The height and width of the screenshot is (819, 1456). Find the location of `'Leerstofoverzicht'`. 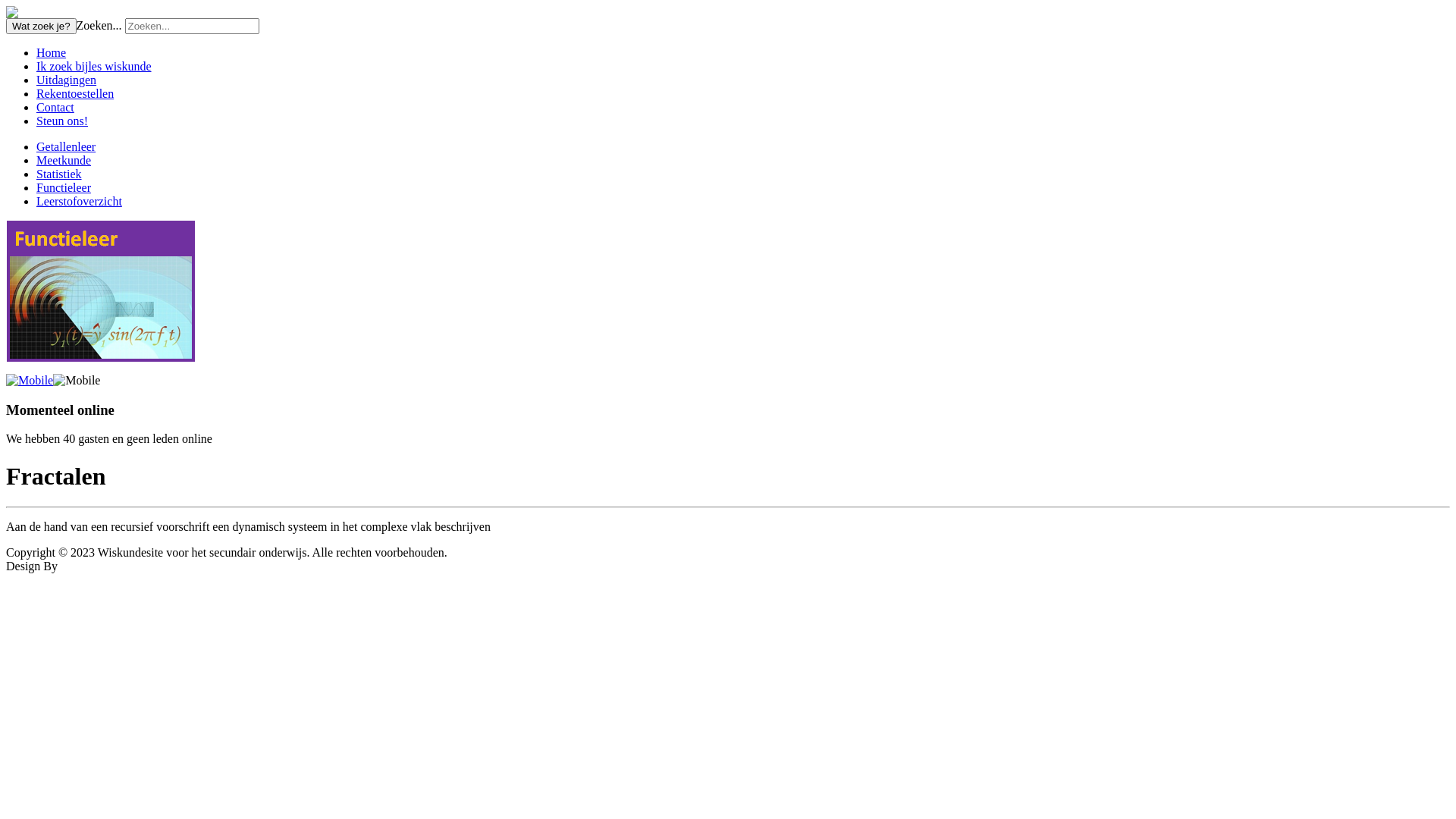

'Leerstofoverzicht' is located at coordinates (78, 200).